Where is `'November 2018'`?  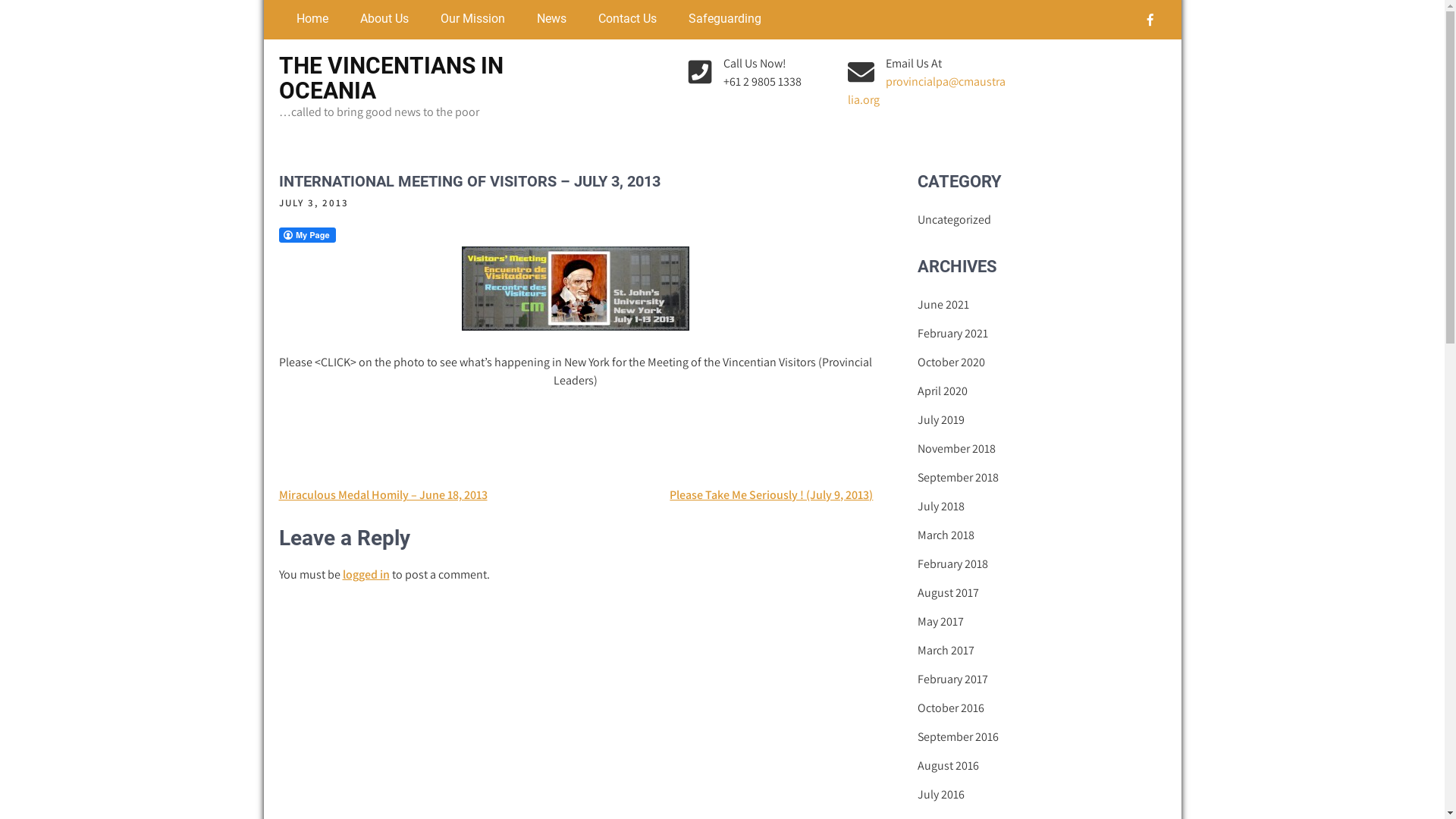
'November 2018' is located at coordinates (955, 447).